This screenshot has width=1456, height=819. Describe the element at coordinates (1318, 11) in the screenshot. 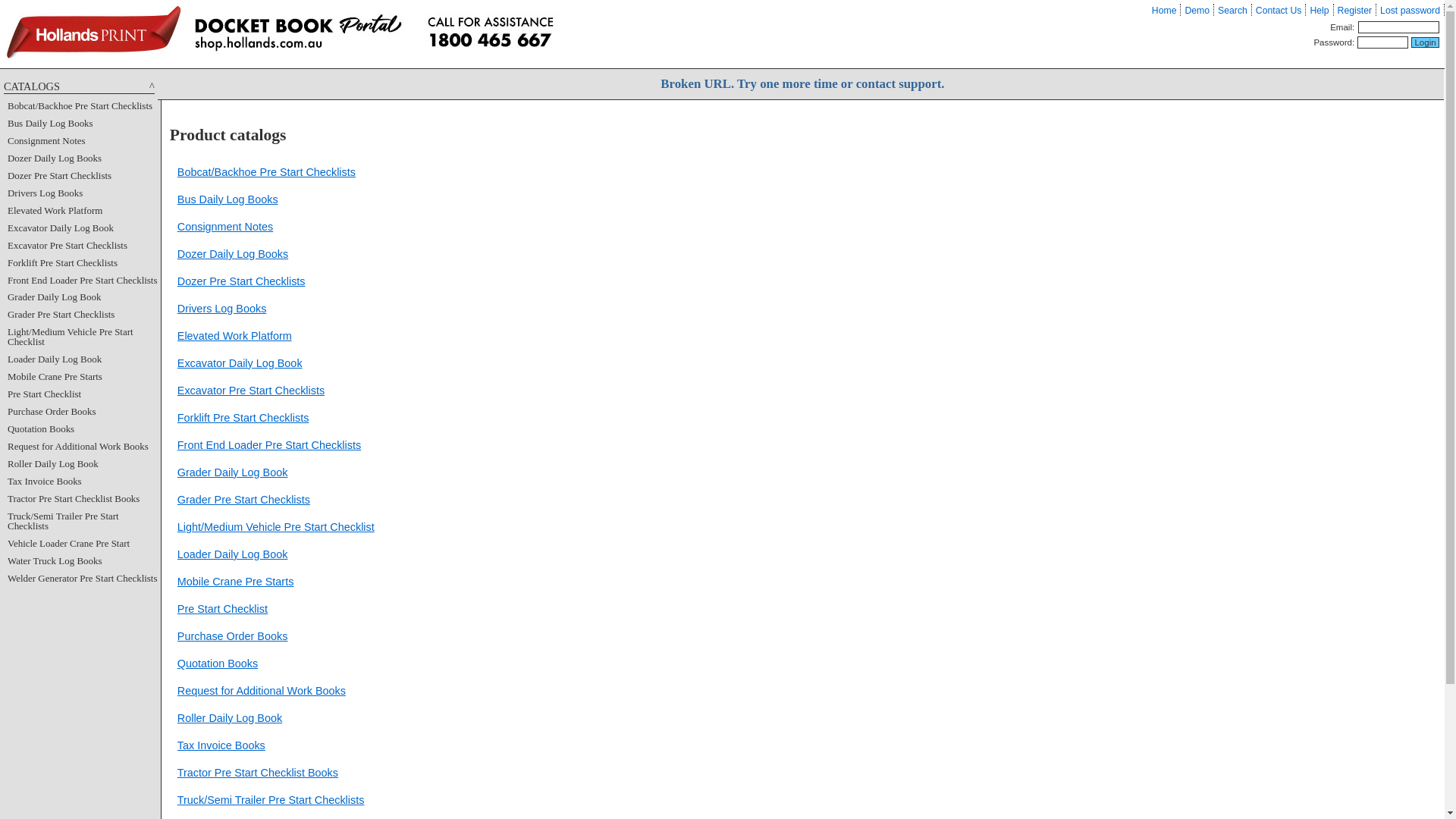

I see `'Help'` at that location.